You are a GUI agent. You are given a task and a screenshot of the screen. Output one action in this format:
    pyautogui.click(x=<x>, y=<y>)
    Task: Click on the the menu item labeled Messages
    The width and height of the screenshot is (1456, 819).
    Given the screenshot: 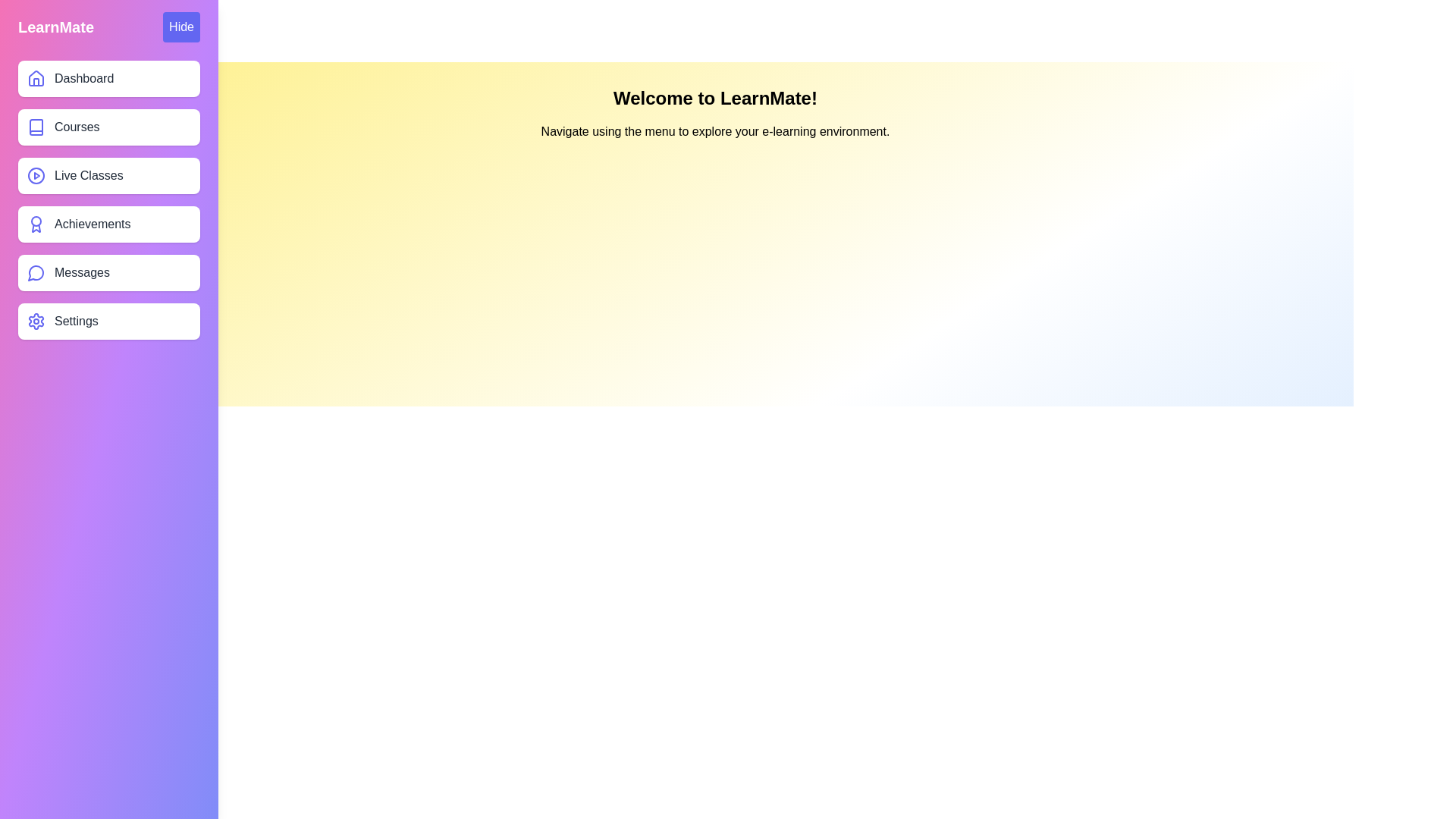 What is the action you would take?
    pyautogui.click(x=108, y=271)
    